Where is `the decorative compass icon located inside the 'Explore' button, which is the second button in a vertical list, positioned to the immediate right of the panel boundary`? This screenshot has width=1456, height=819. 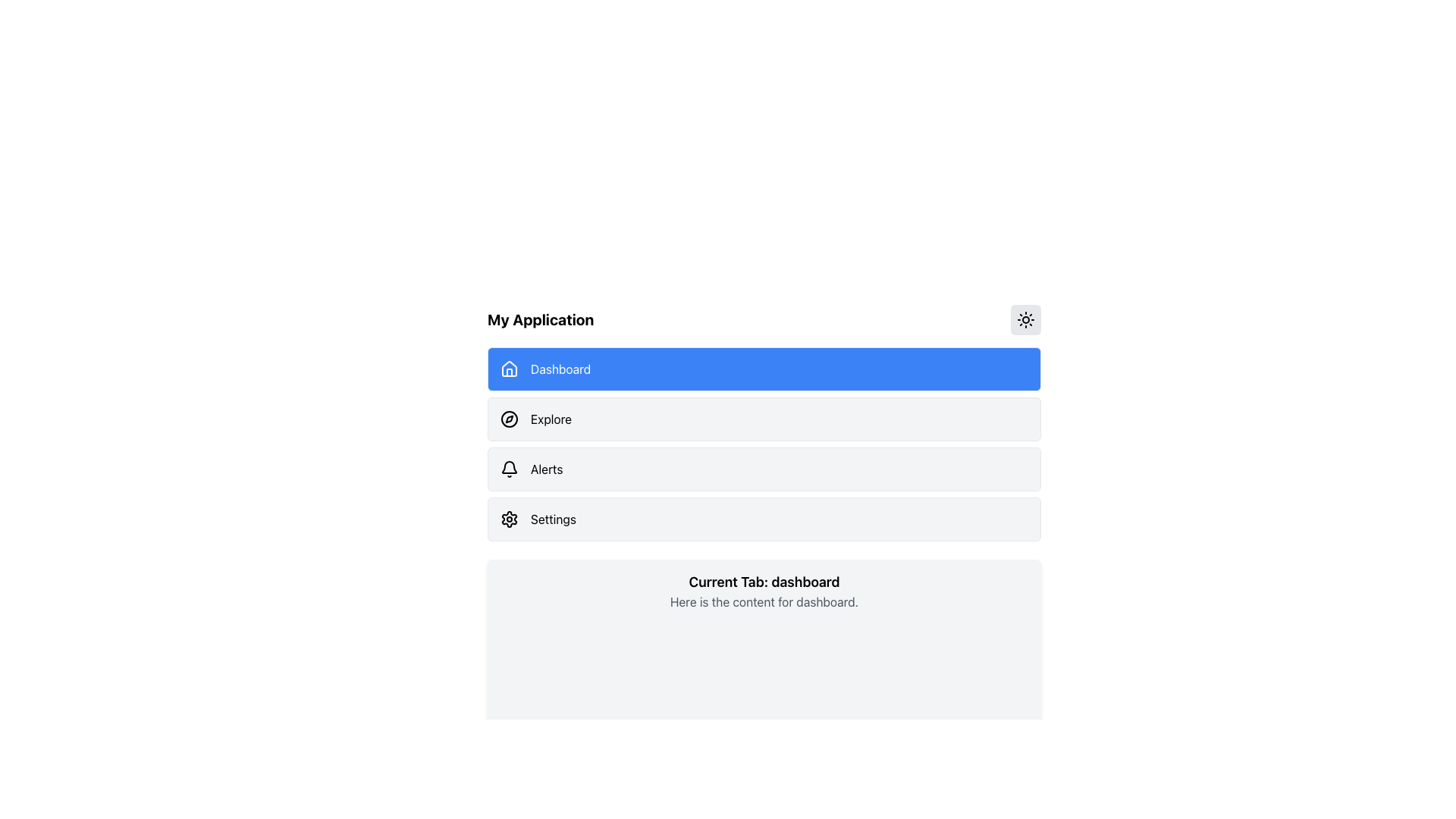
the decorative compass icon located inside the 'Explore' button, which is the second button in a vertical list, positioned to the immediate right of the panel boundary is located at coordinates (510, 419).